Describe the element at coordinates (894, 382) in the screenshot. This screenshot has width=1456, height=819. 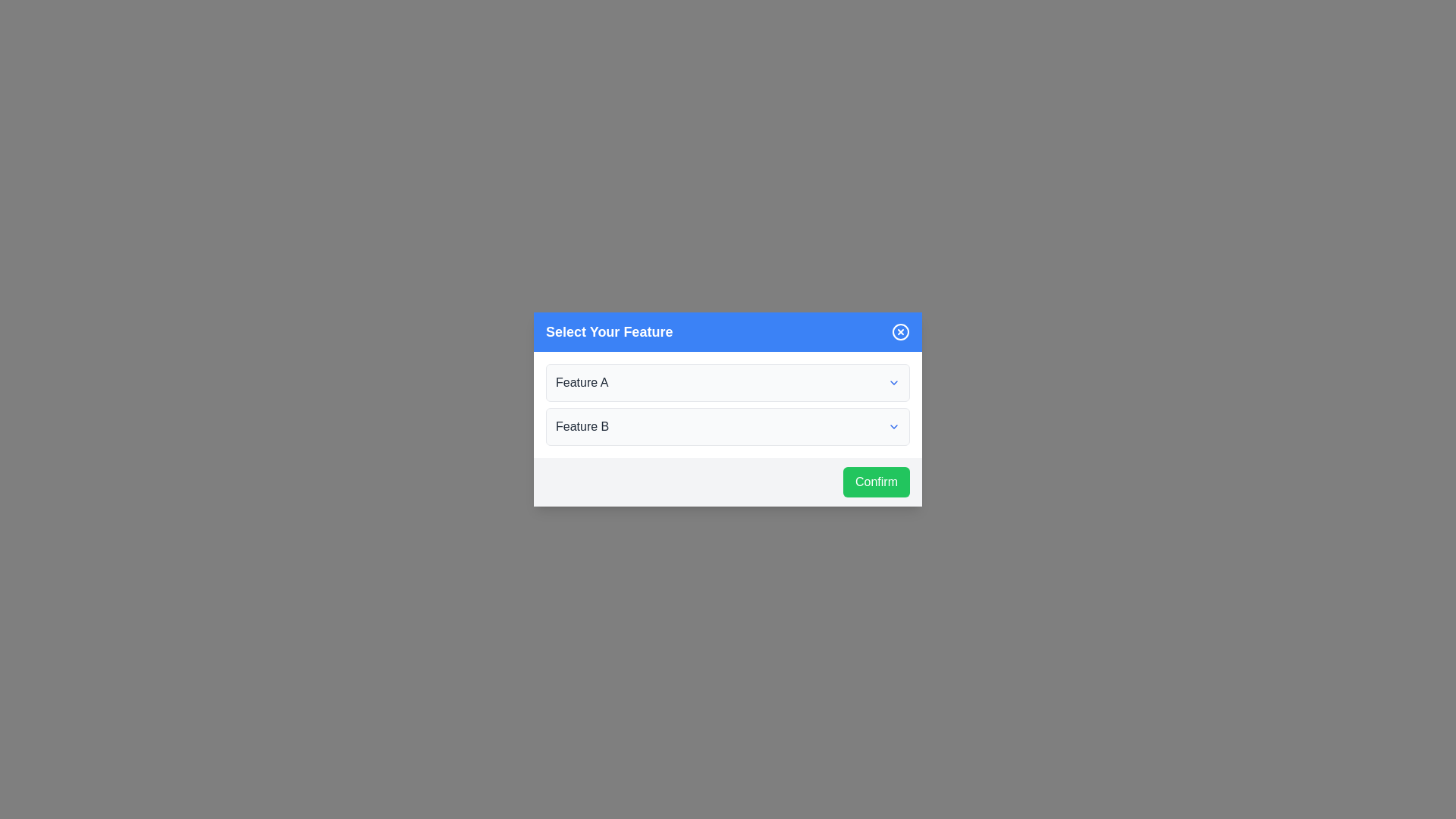
I see `the chevron-down icon to the right of 'Feature A'` at that location.